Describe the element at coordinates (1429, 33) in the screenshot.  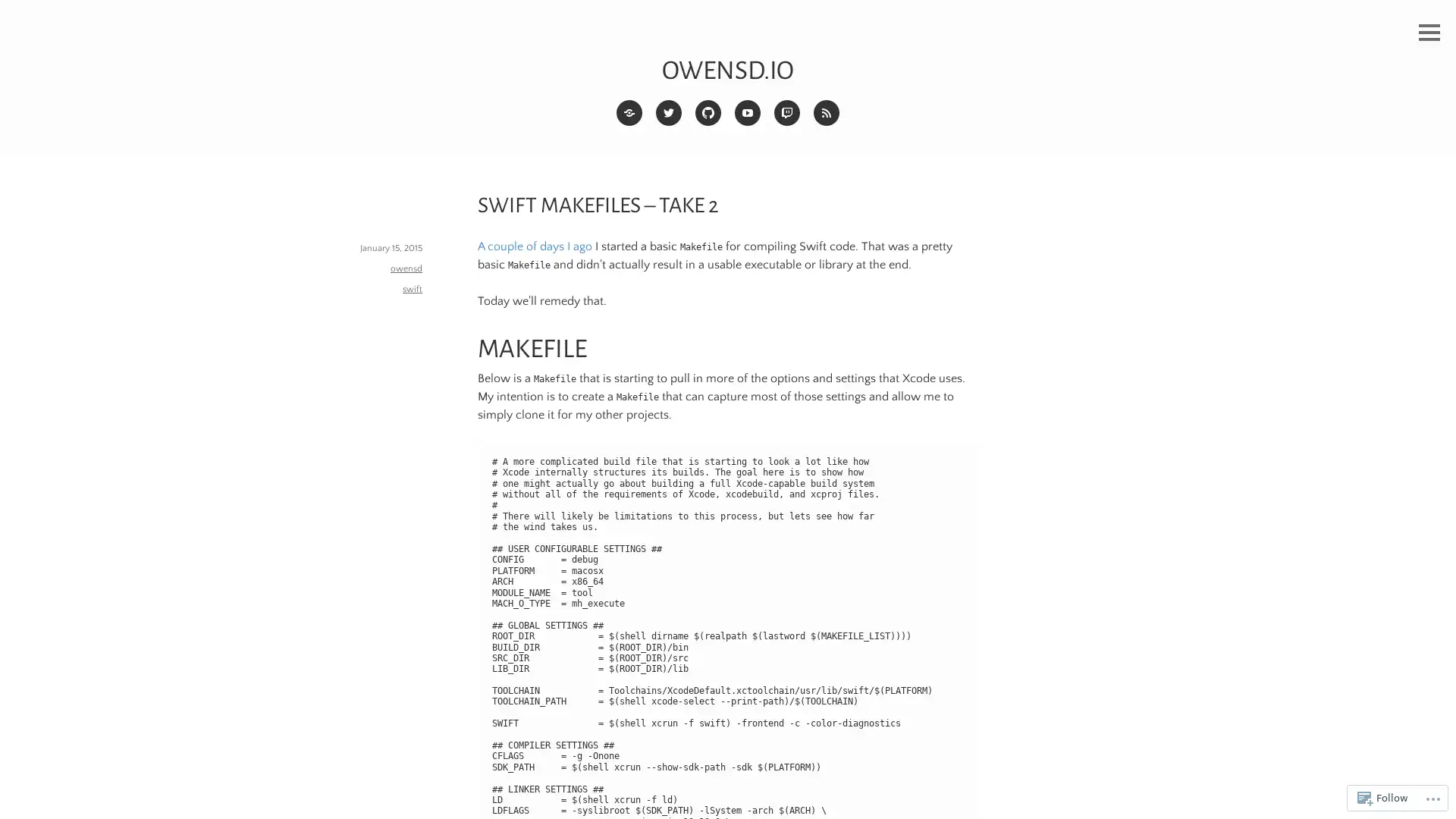
I see `Sidebar` at that location.